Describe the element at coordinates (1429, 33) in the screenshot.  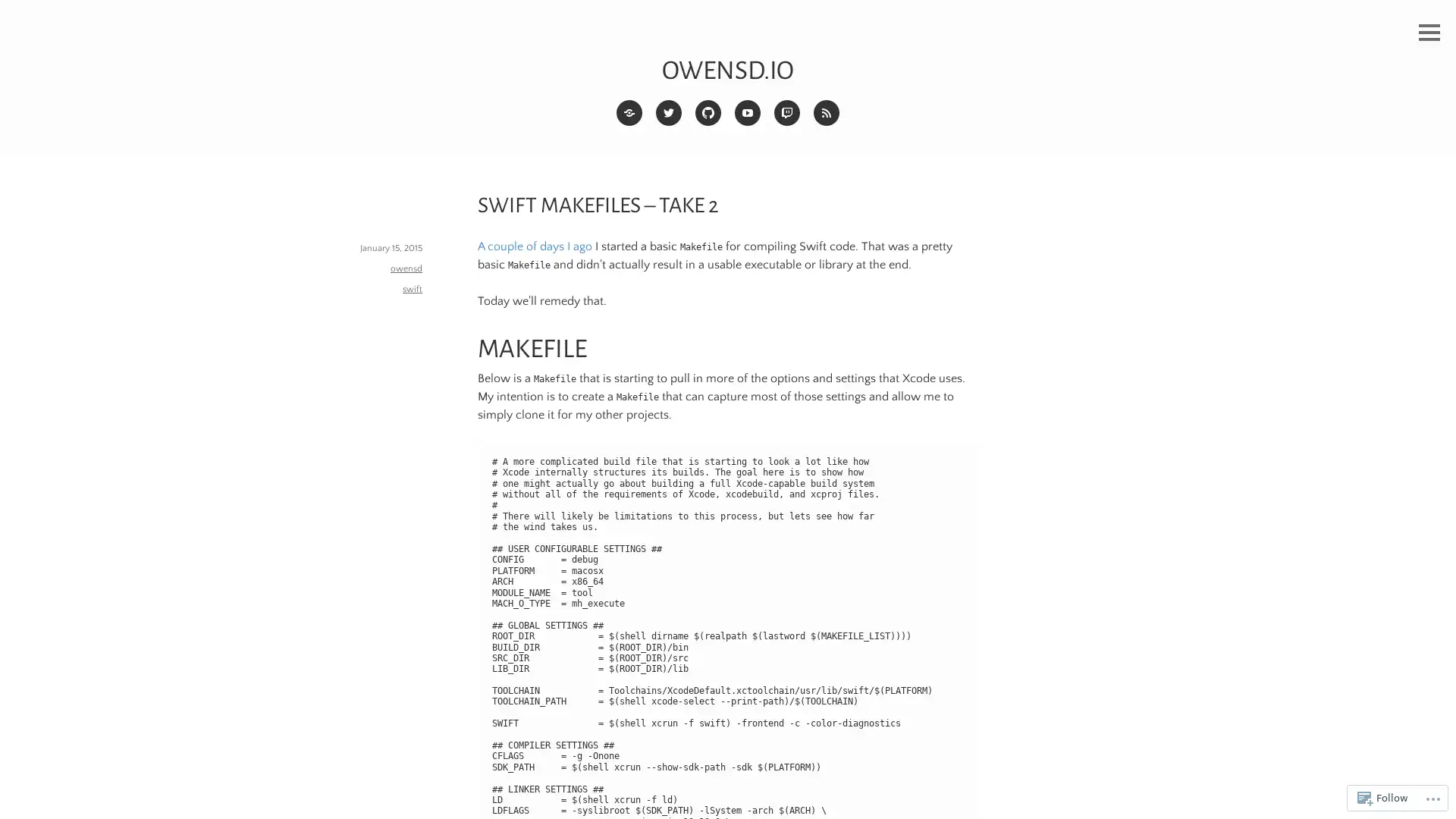
I see `Sidebar` at that location.